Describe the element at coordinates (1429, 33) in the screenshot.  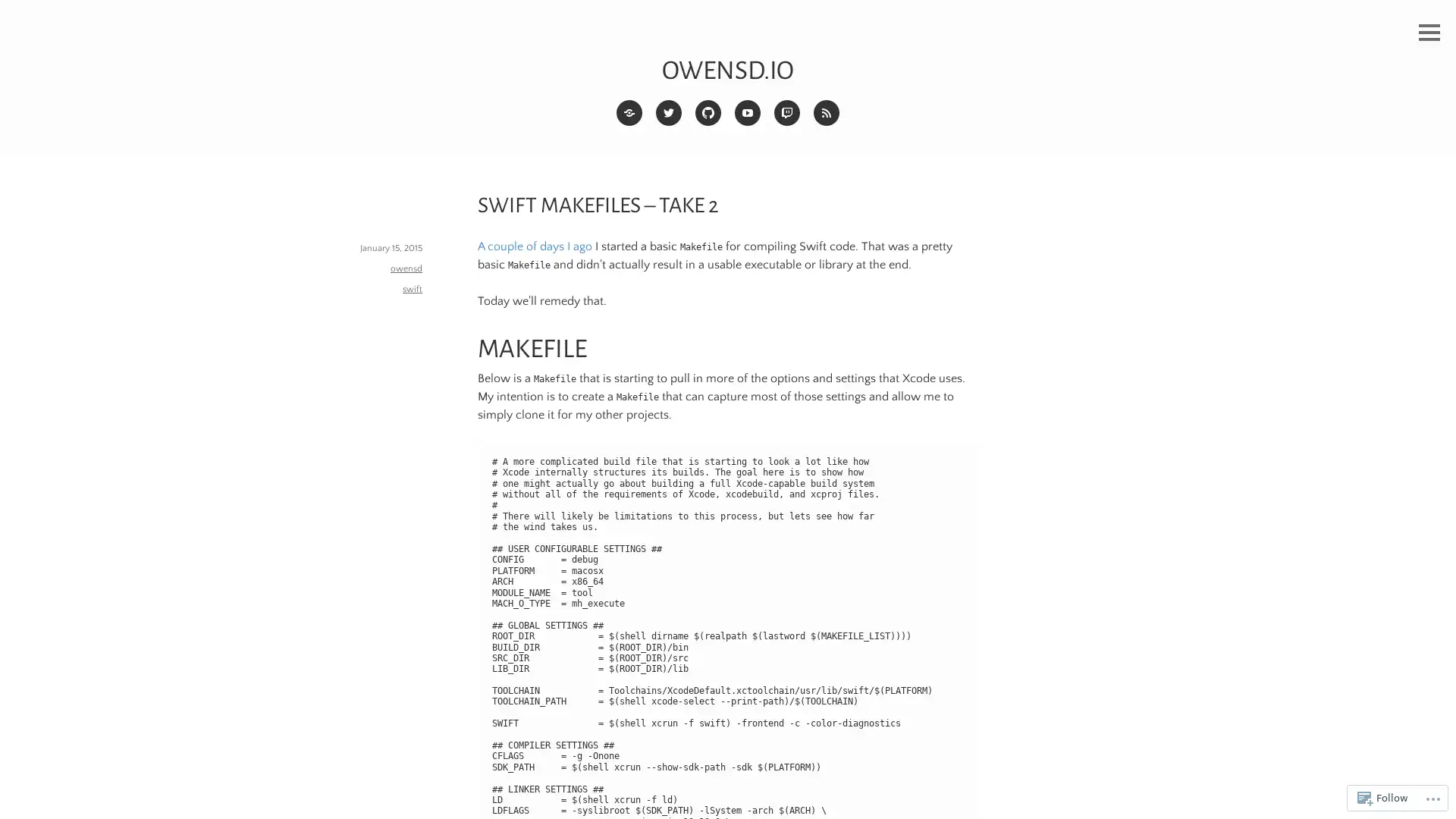
I see `Sidebar` at that location.